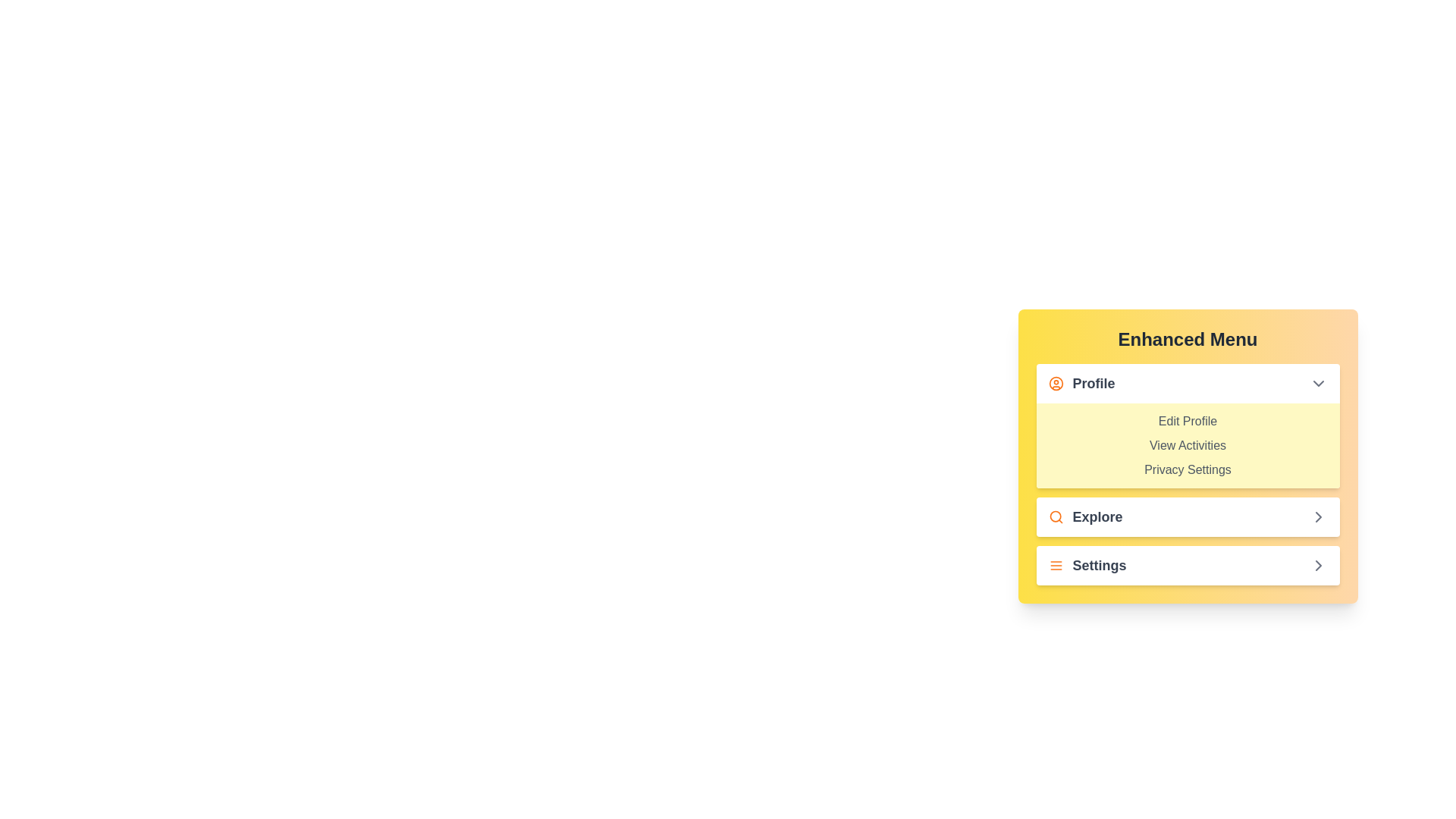 The width and height of the screenshot is (1456, 819). I want to click on the 'View Activities' text label located under the 'Profile' category, positioned between 'Edit Profile' and 'Privacy Settings', so click(1187, 444).